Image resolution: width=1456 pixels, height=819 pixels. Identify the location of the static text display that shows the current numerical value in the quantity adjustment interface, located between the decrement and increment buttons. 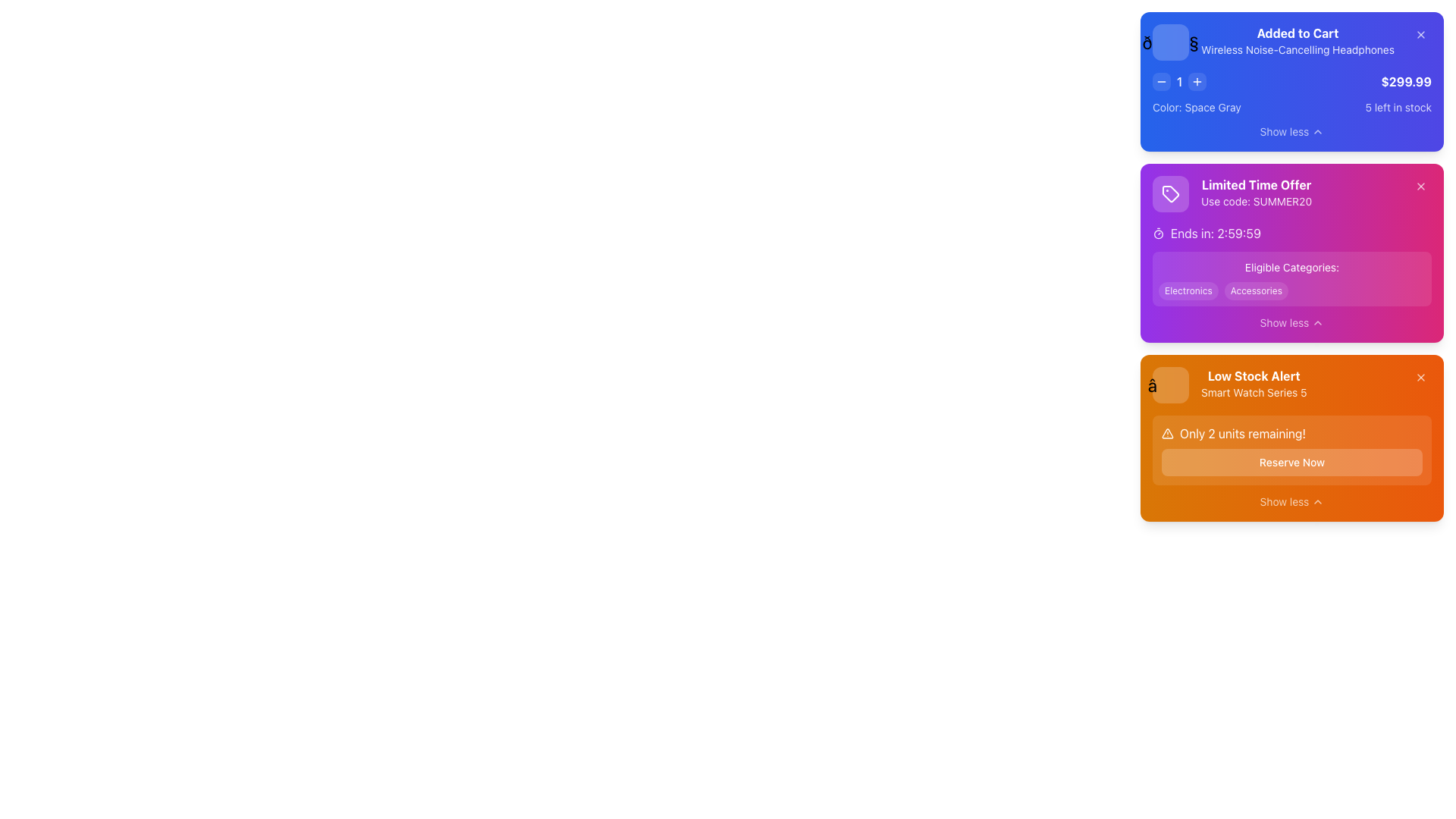
(1178, 82).